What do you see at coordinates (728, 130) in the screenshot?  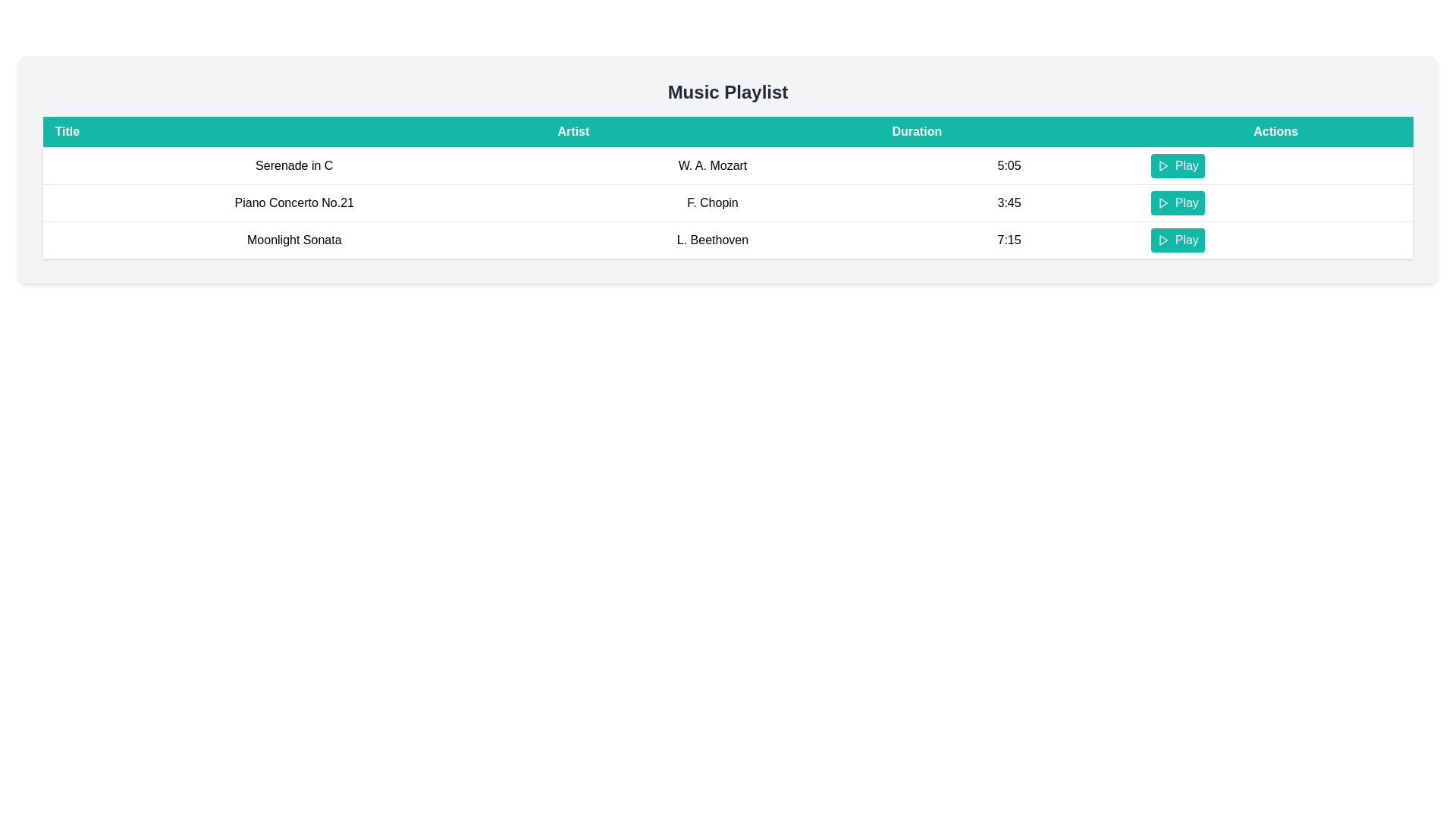 I see `the header row of the table which includes the labels 'Title', 'Artist', 'Duration', and 'Actions' to understand the column details` at bounding box center [728, 130].